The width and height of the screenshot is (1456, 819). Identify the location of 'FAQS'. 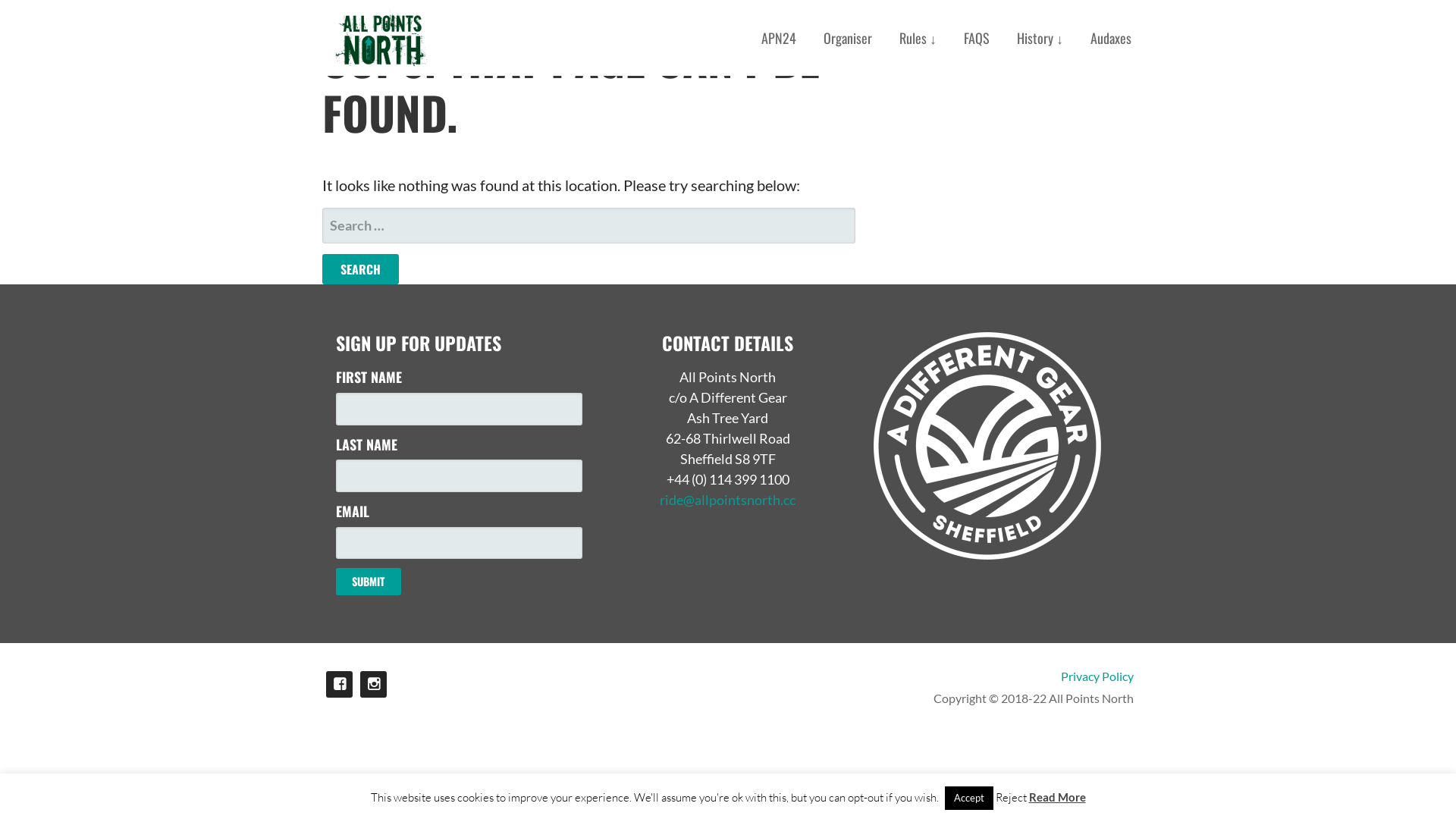
(976, 37).